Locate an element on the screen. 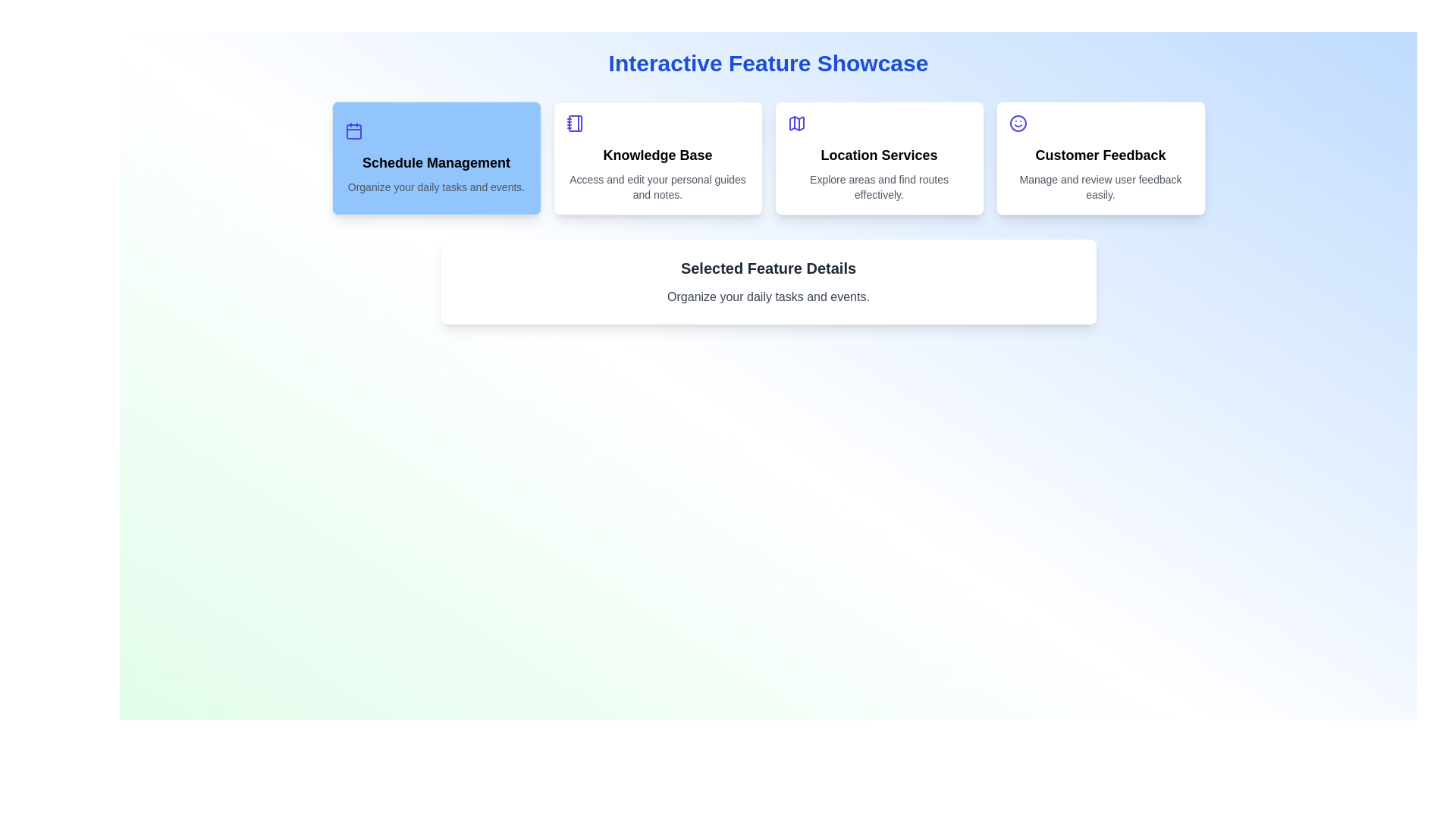 The width and height of the screenshot is (1456, 819). the text header reading 'Interactive Feature Showcase', which is styled in large, bold blue font and centered at the top of the interface is located at coordinates (768, 63).